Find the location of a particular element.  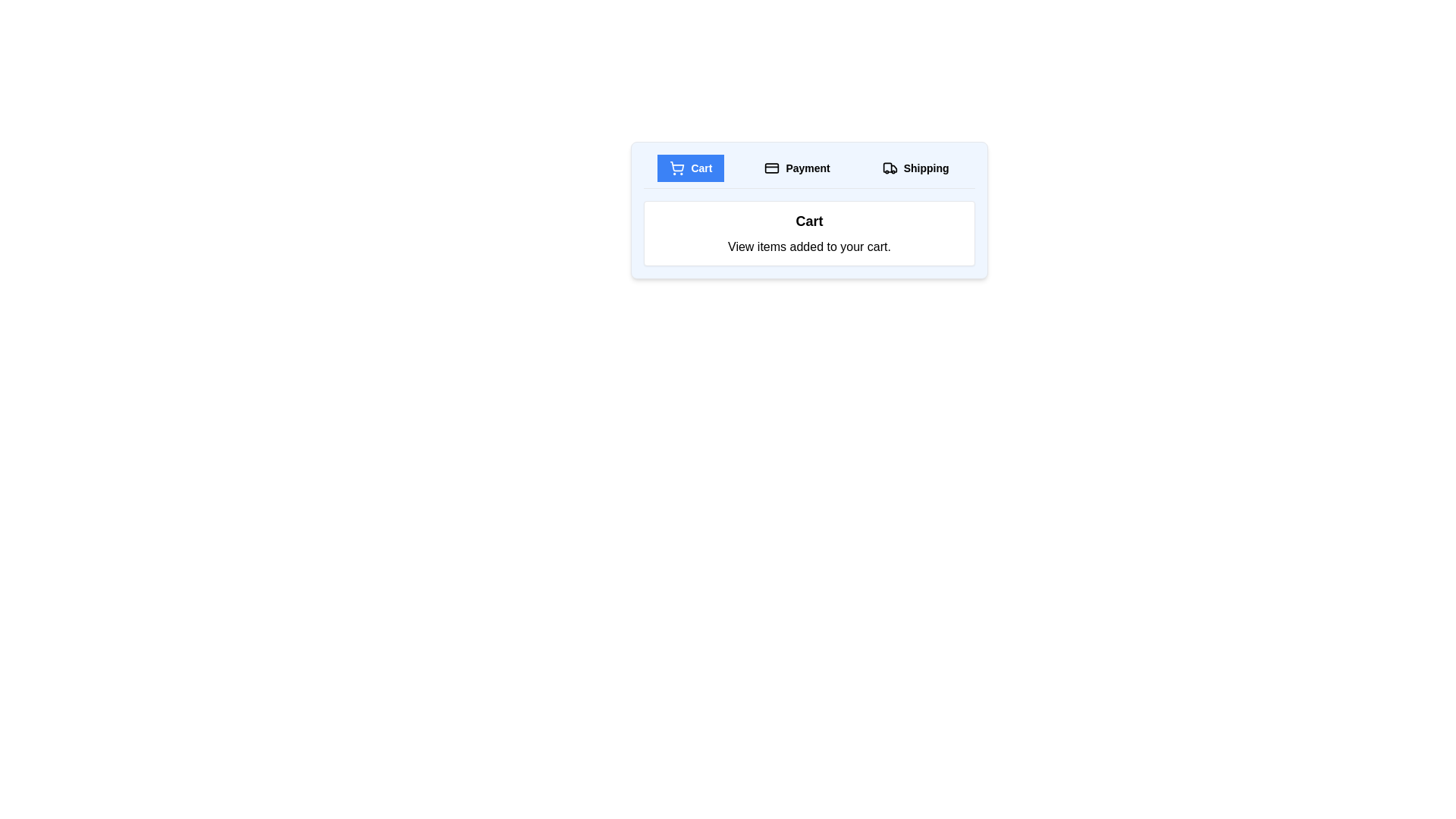

the Cart tab to switch to its content is located at coordinates (690, 168).